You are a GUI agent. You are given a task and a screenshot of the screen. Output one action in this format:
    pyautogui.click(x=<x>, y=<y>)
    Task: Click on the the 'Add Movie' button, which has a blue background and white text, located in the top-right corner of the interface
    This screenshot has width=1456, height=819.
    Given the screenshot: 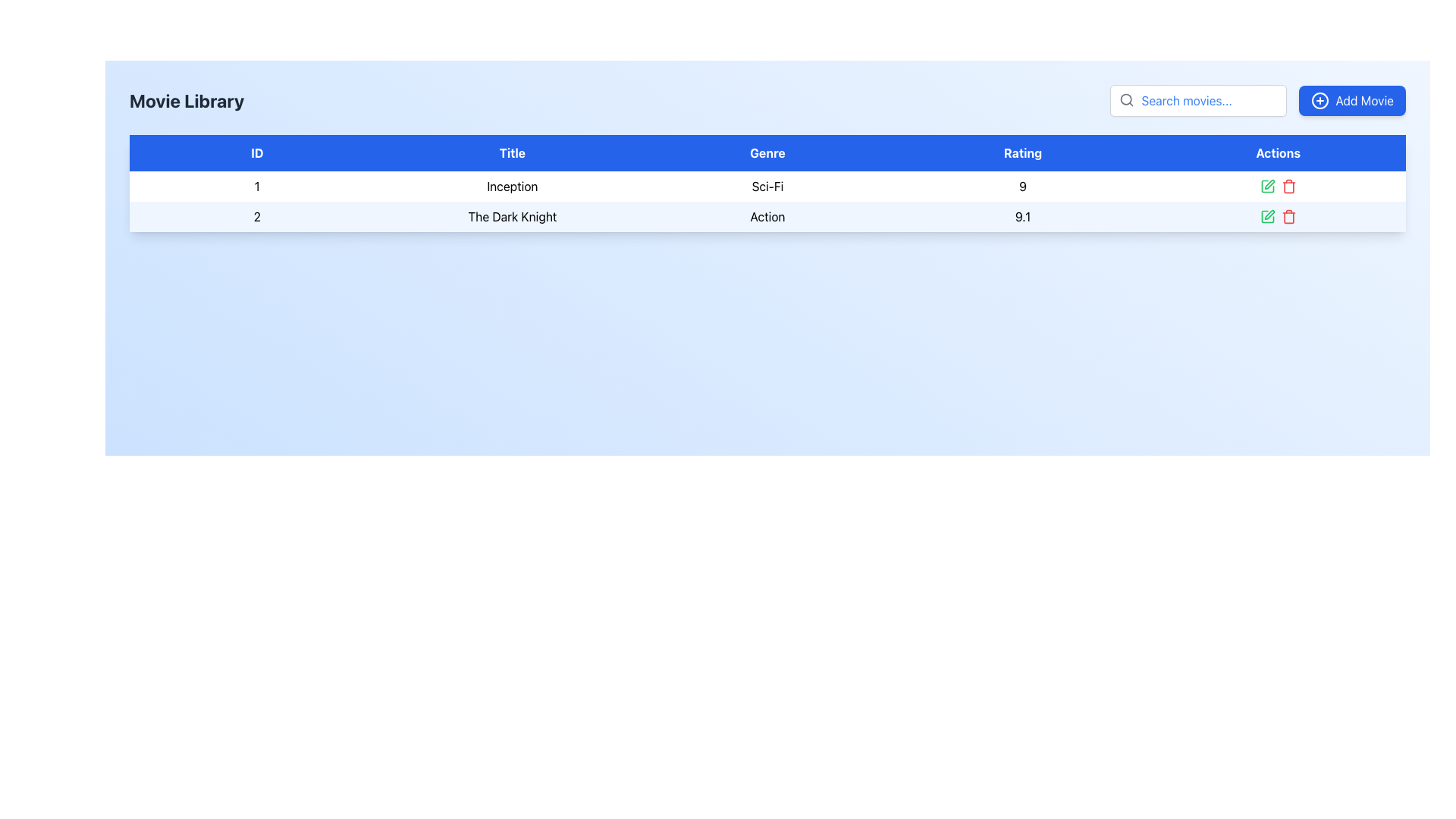 What is the action you would take?
    pyautogui.click(x=1352, y=100)
    